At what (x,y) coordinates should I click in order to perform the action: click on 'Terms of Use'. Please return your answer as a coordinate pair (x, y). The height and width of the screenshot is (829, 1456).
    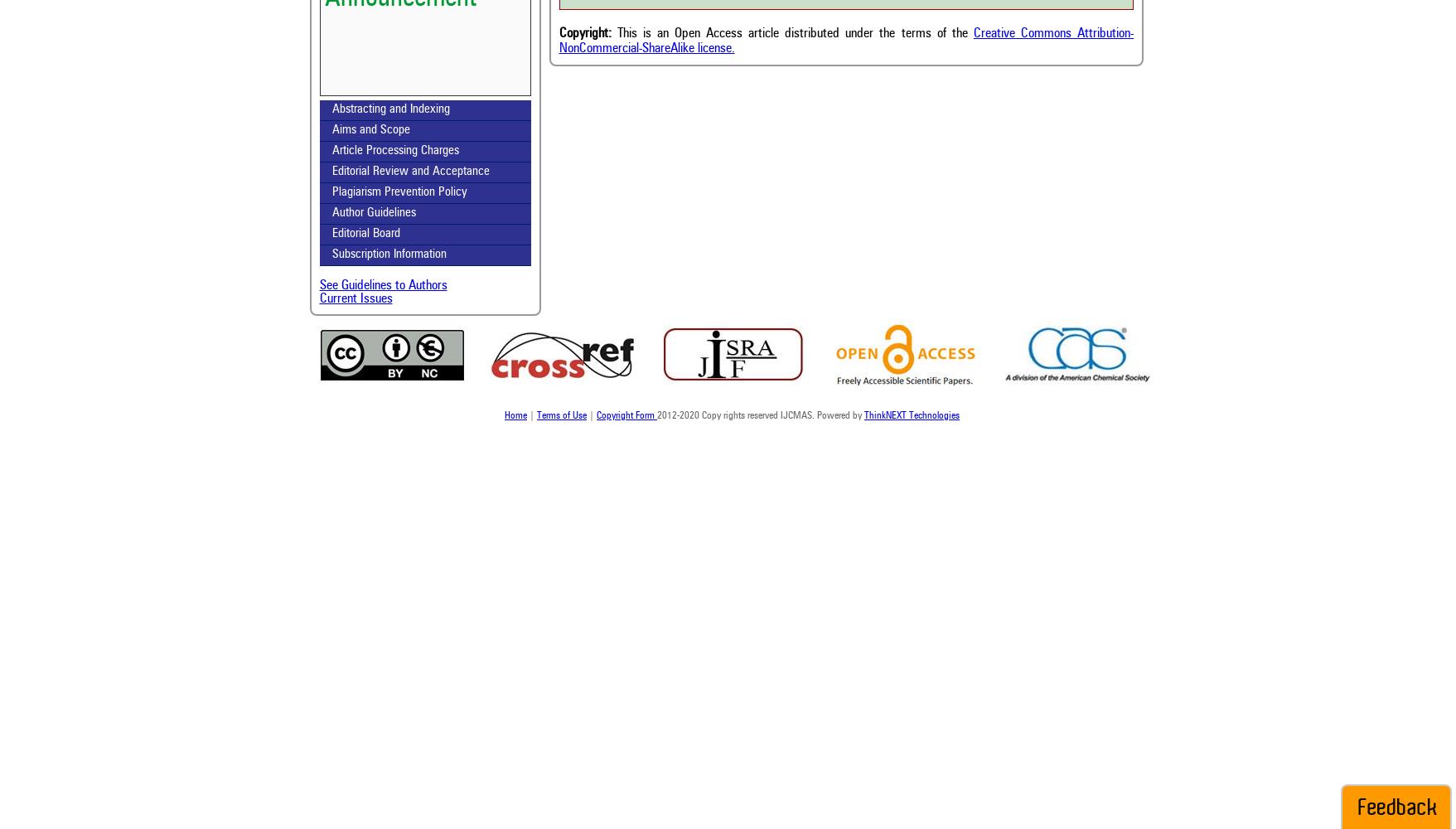
    Looking at the image, I should click on (535, 416).